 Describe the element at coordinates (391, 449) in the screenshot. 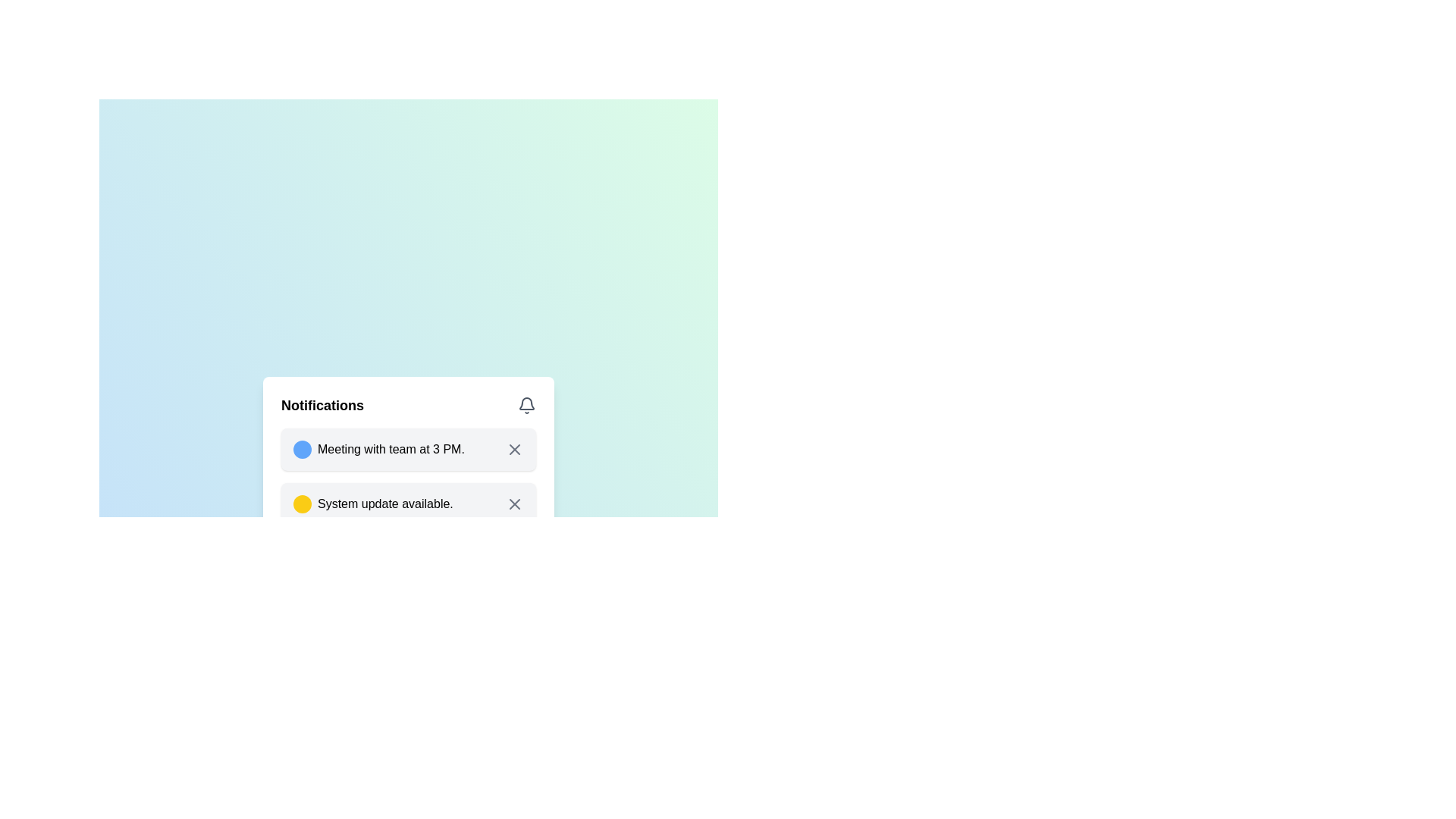

I see `the static text label that displays information about an upcoming meeting in the first notification card` at that location.